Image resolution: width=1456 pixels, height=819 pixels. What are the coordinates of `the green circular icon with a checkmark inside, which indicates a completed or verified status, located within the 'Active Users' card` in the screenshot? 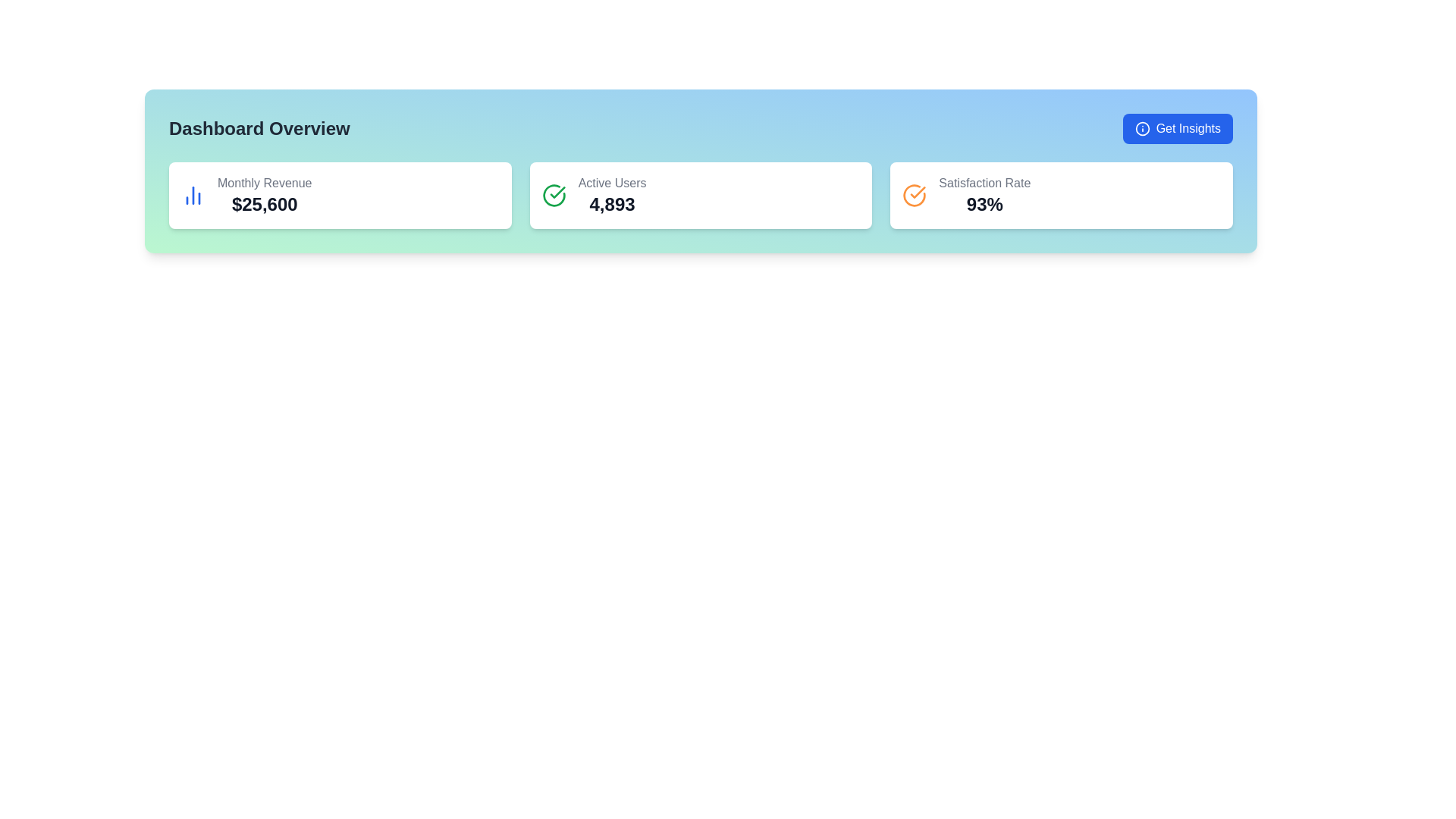 It's located at (553, 195).